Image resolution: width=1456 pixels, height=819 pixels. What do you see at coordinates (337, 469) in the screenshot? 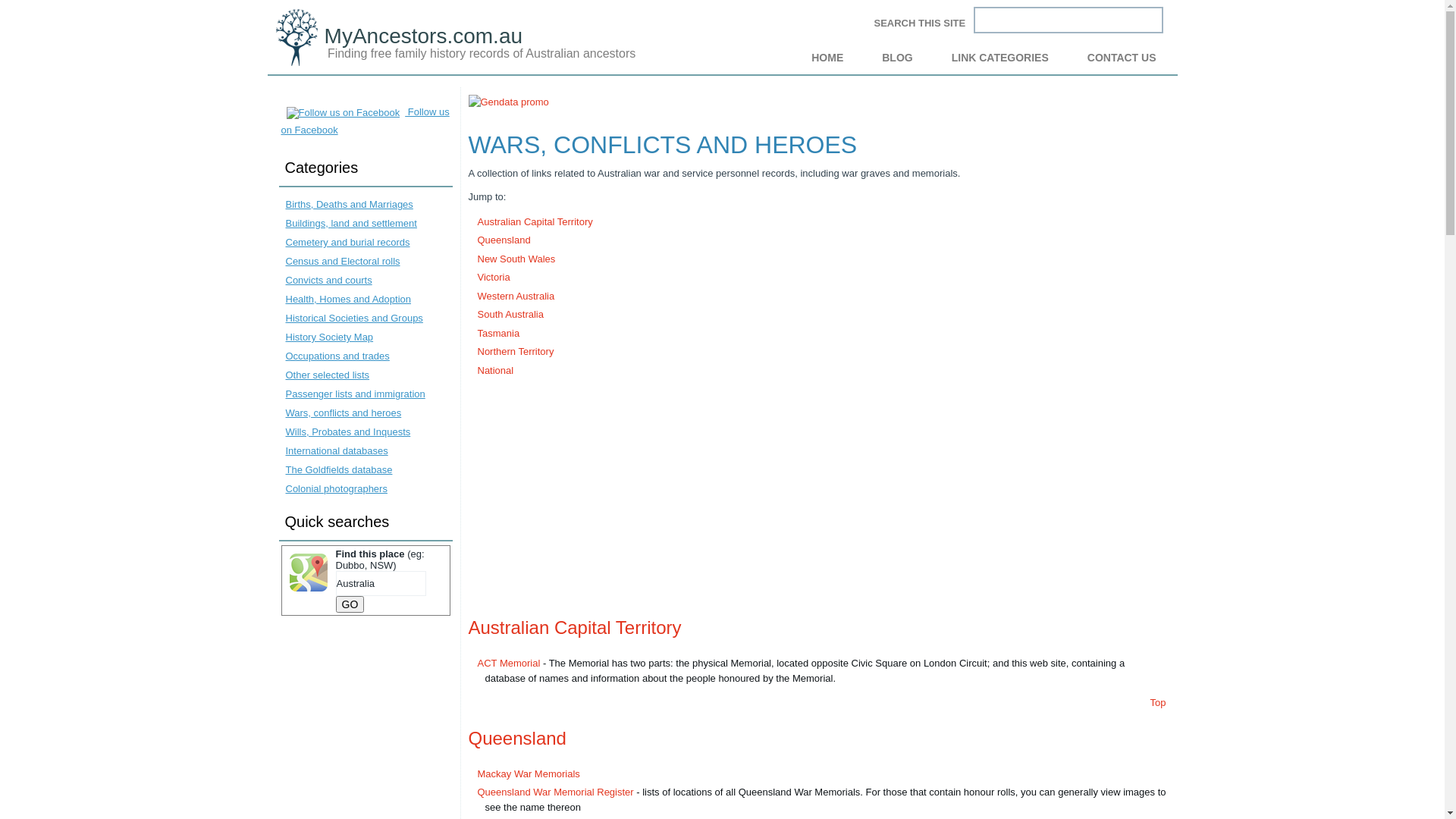
I see `'The Goldfields database'` at bounding box center [337, 469].